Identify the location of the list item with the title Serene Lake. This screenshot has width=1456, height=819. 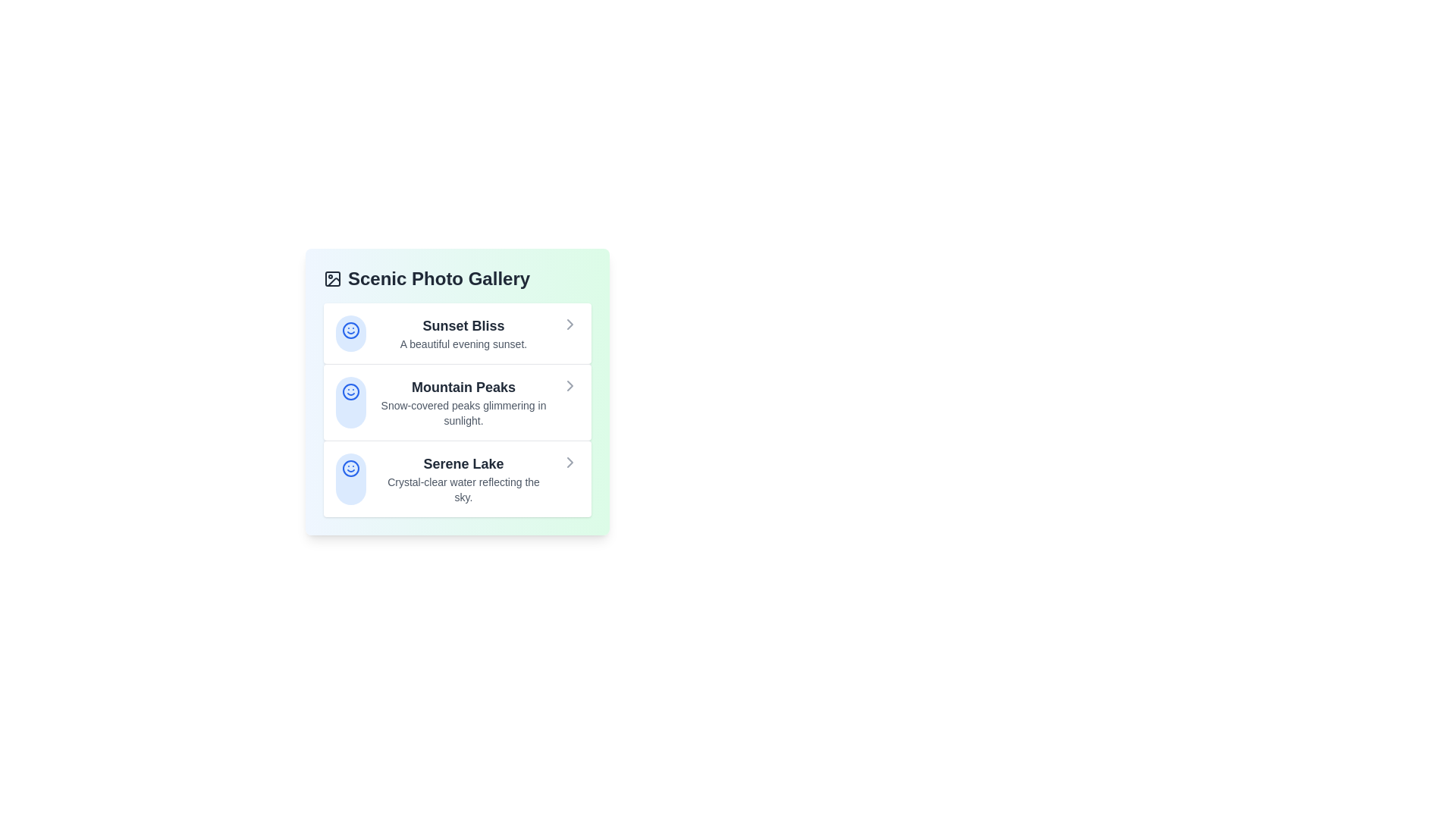
(457, 479).